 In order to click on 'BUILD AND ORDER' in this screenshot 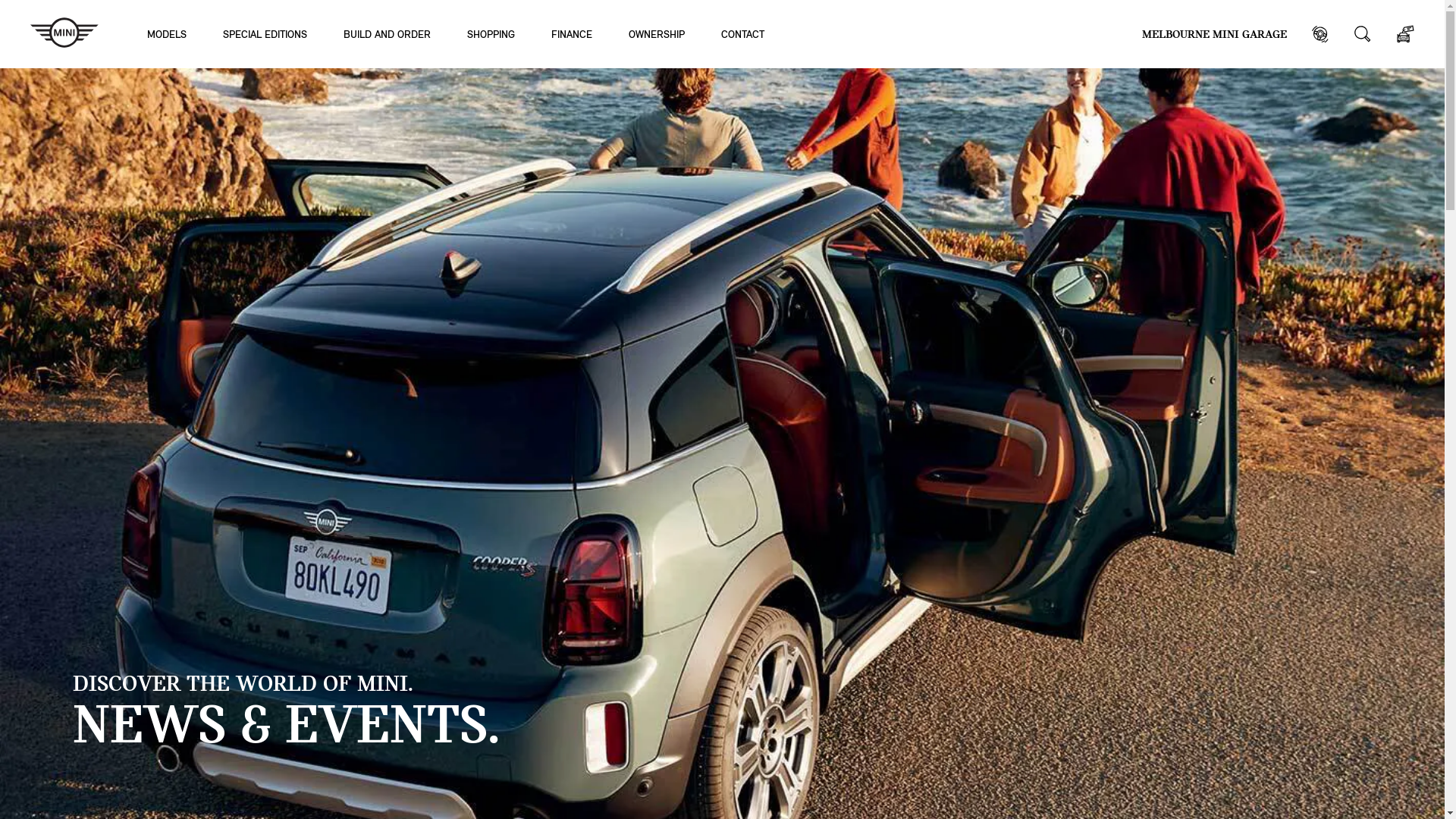, I will do `click(387, 33)`.